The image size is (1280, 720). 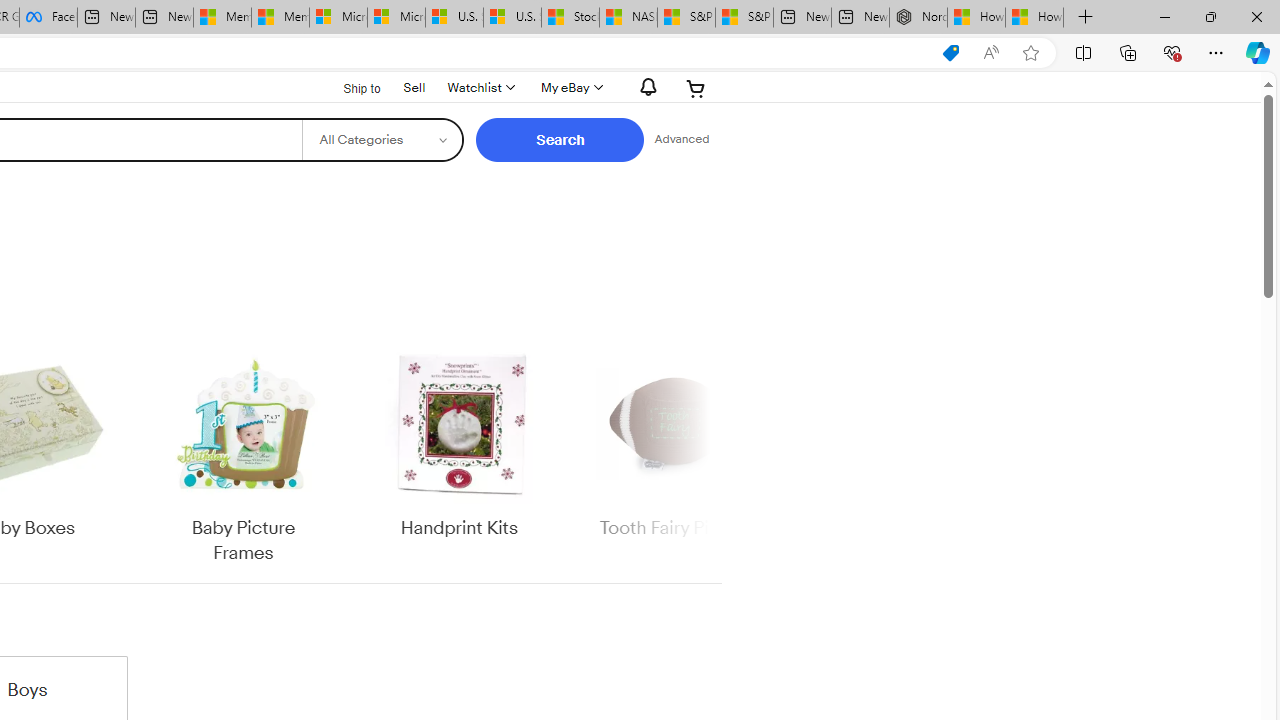 What do you see at coordinates (48, 17) in the screenshot?
I see `'Facebook'` at bounding box center [48, 17].